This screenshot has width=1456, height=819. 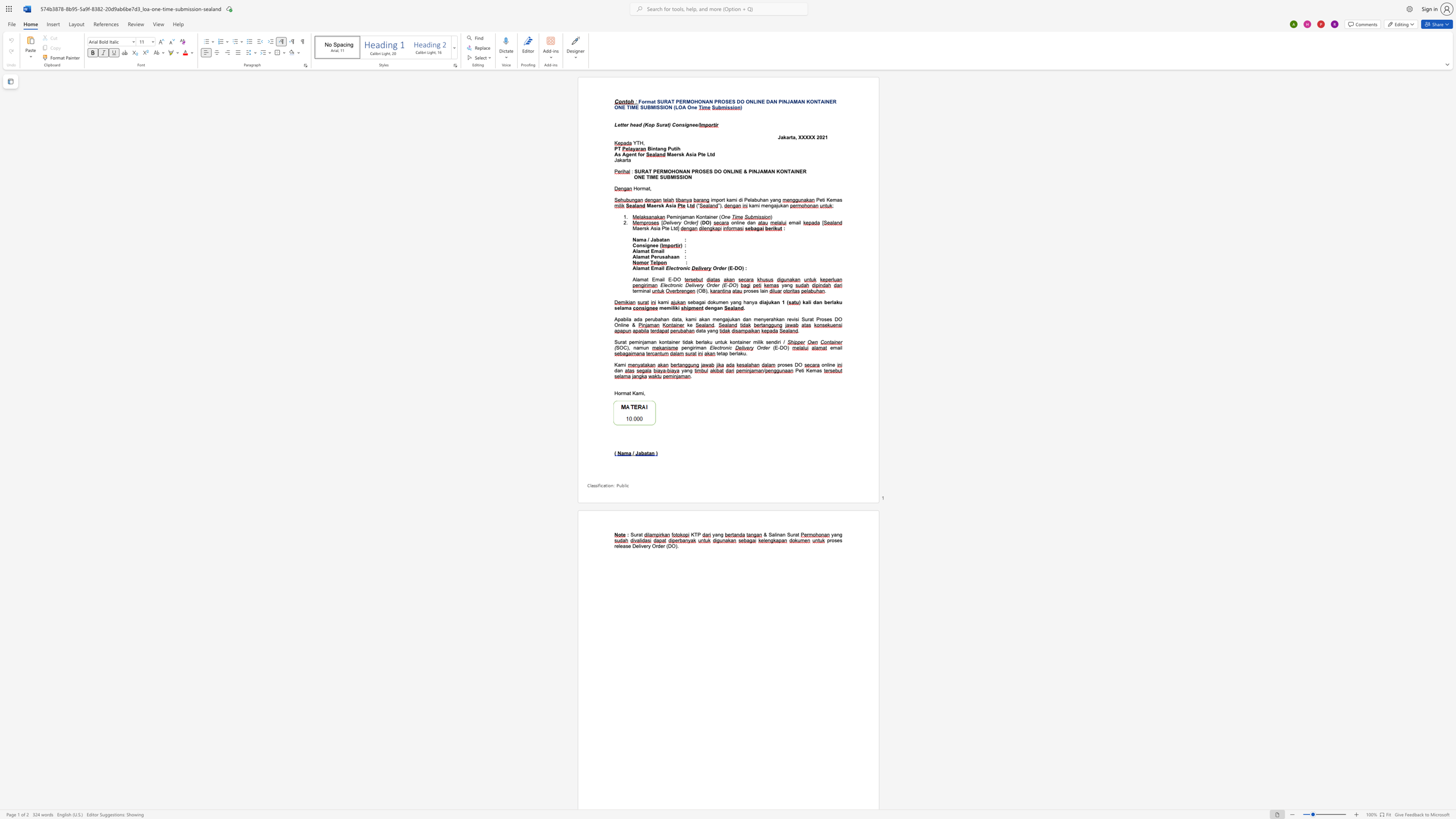 What do you see at coordinates (790, 364) in the screenshot?
I see `the subset text "s D" within the text "proses DO"` at bounding box center [790, 364].